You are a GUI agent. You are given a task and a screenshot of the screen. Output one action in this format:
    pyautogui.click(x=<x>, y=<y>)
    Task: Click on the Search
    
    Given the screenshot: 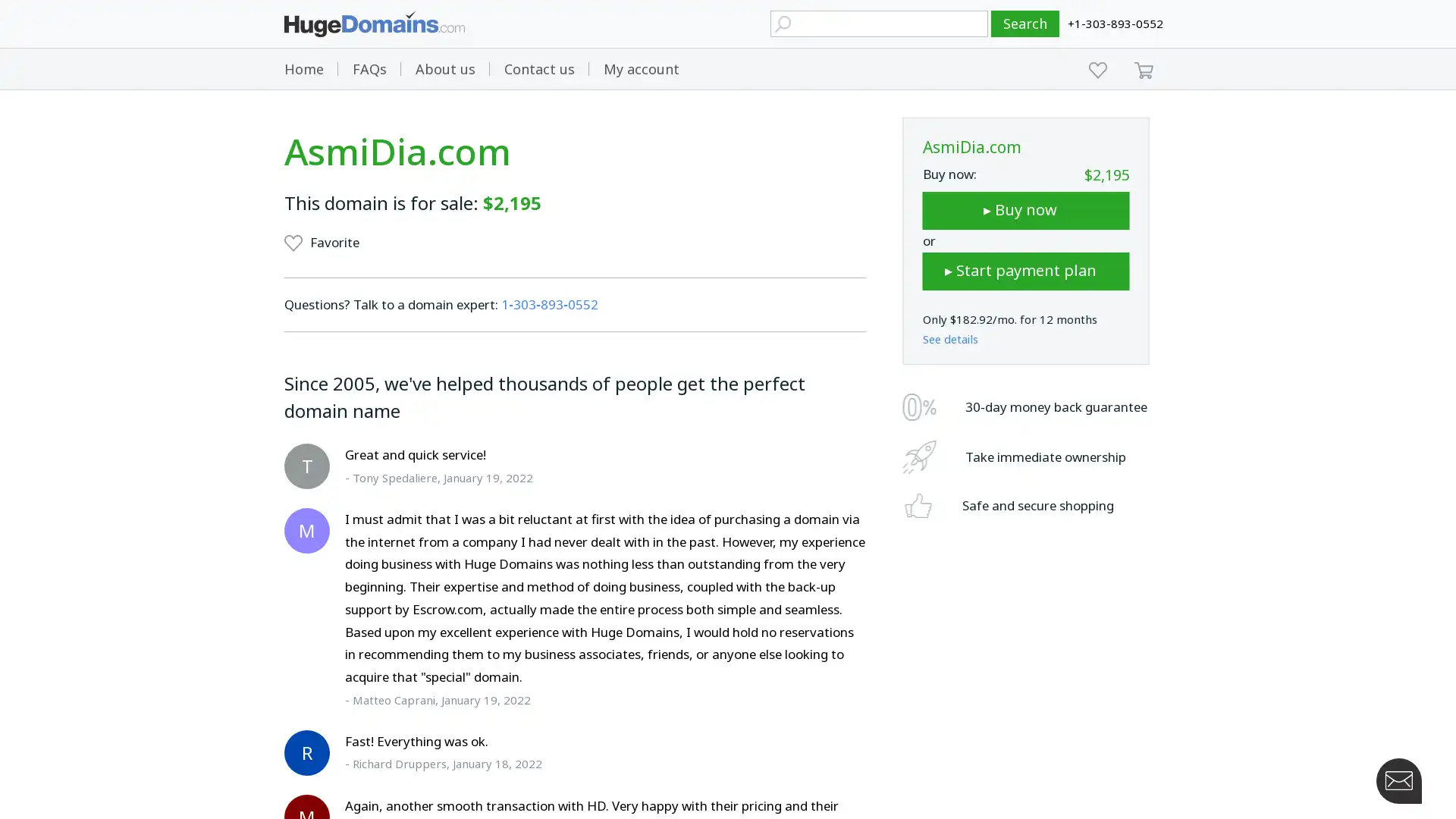 What is the action you would take?
    pyautogui.click(x=1025, y=24)
    